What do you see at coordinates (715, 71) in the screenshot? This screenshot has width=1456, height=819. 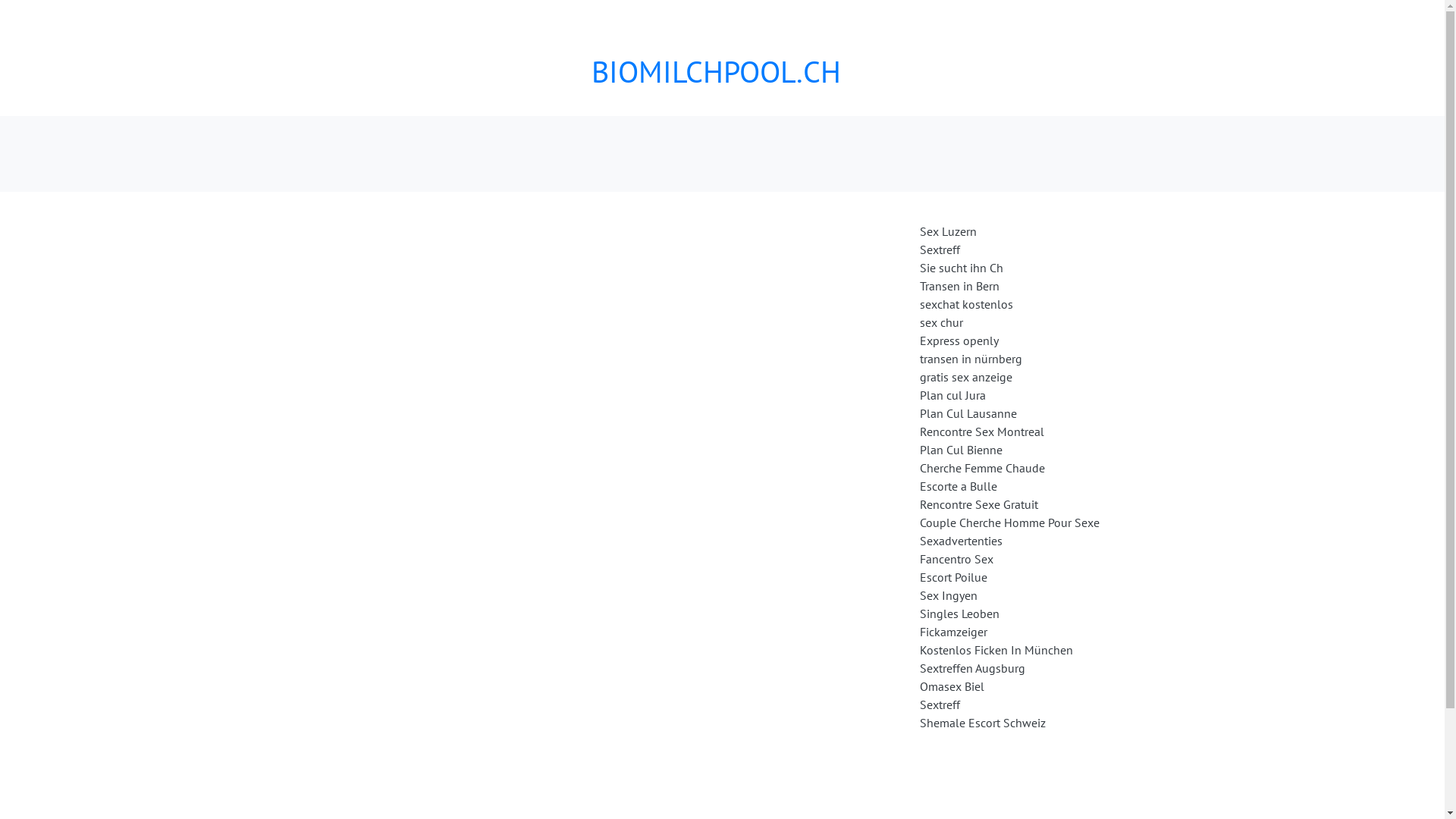 I see `'BIOMILCHPOOL.CH'` at bounding box center [715, 71].